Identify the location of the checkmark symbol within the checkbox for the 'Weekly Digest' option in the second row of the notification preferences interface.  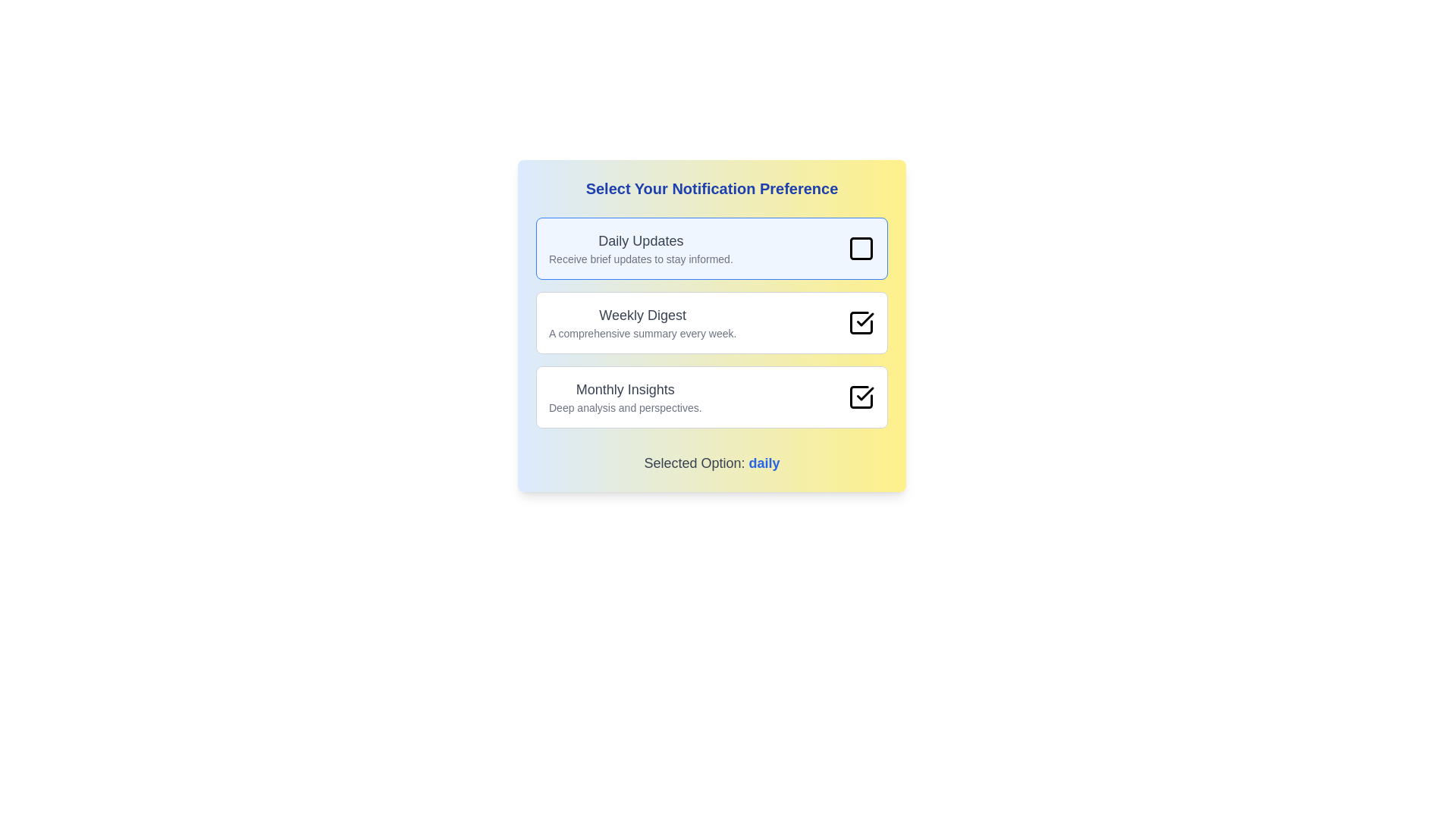
(865, 318).